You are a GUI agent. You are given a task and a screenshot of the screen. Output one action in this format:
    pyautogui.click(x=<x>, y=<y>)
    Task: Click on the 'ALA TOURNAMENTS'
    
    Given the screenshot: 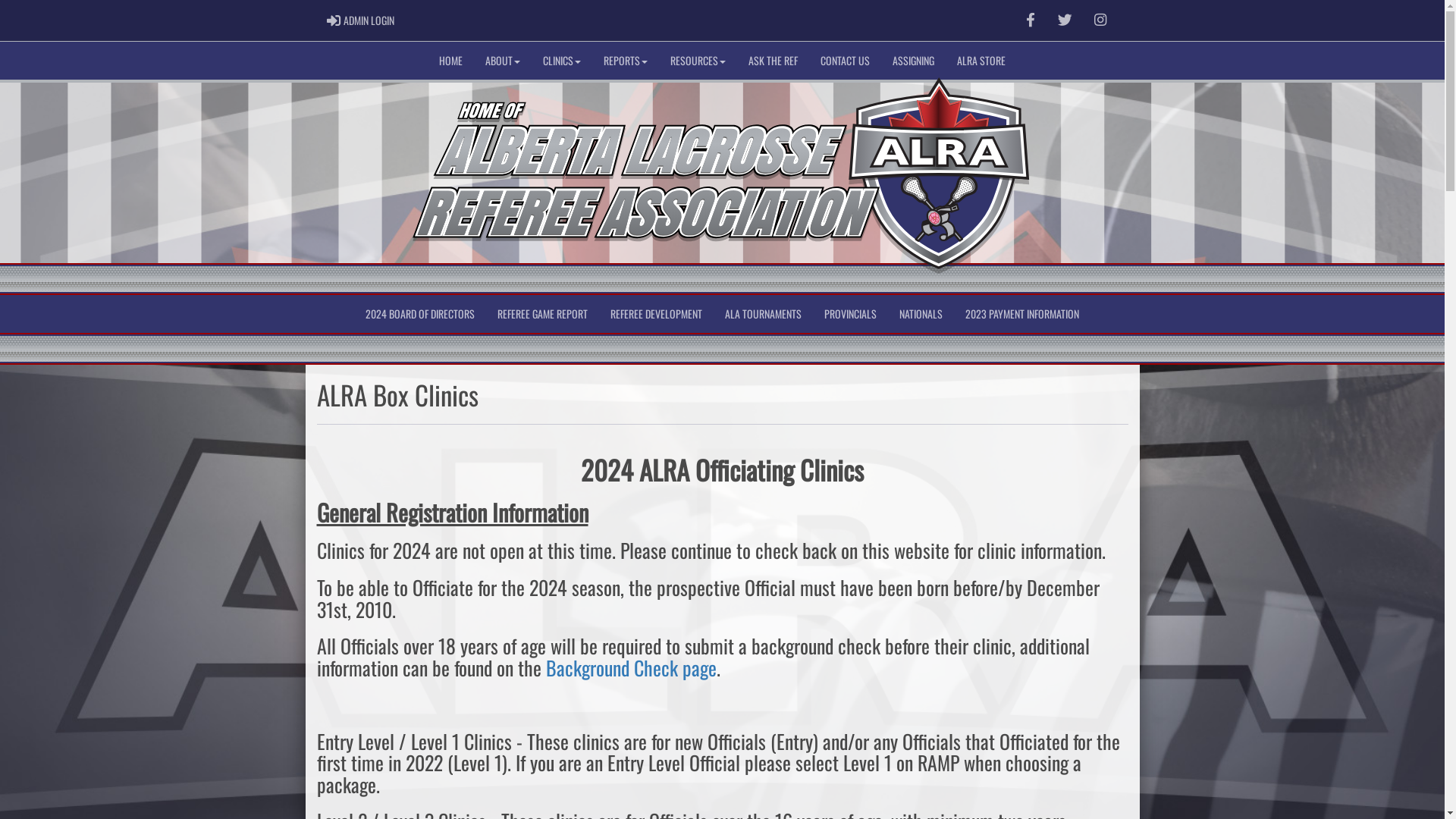 What is the action you would take?
    pyautogui.click(x=712, y=312)
    